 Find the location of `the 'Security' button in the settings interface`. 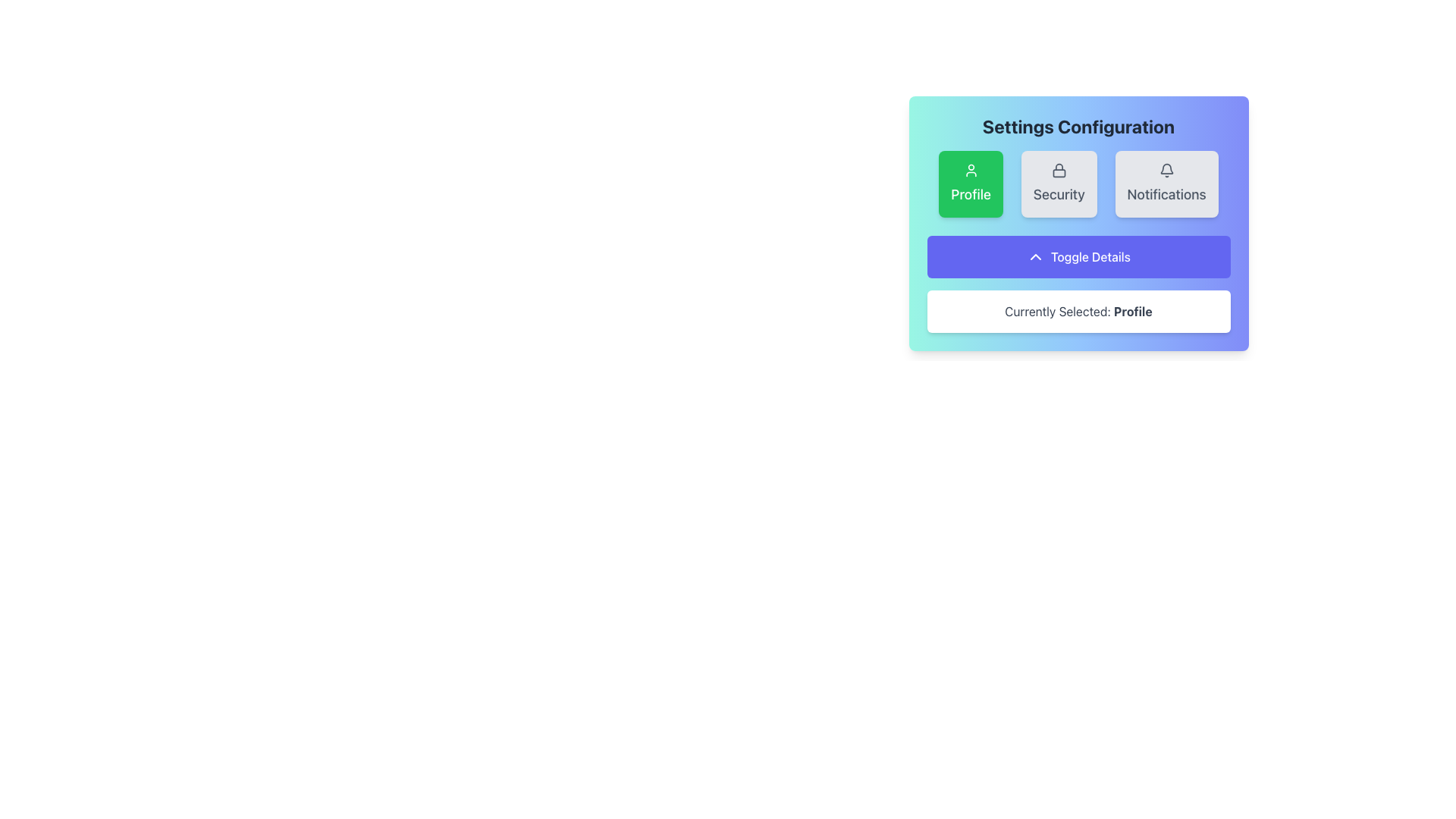

the 'Security' button in the settings interface is located at coordinates (1058, 184).